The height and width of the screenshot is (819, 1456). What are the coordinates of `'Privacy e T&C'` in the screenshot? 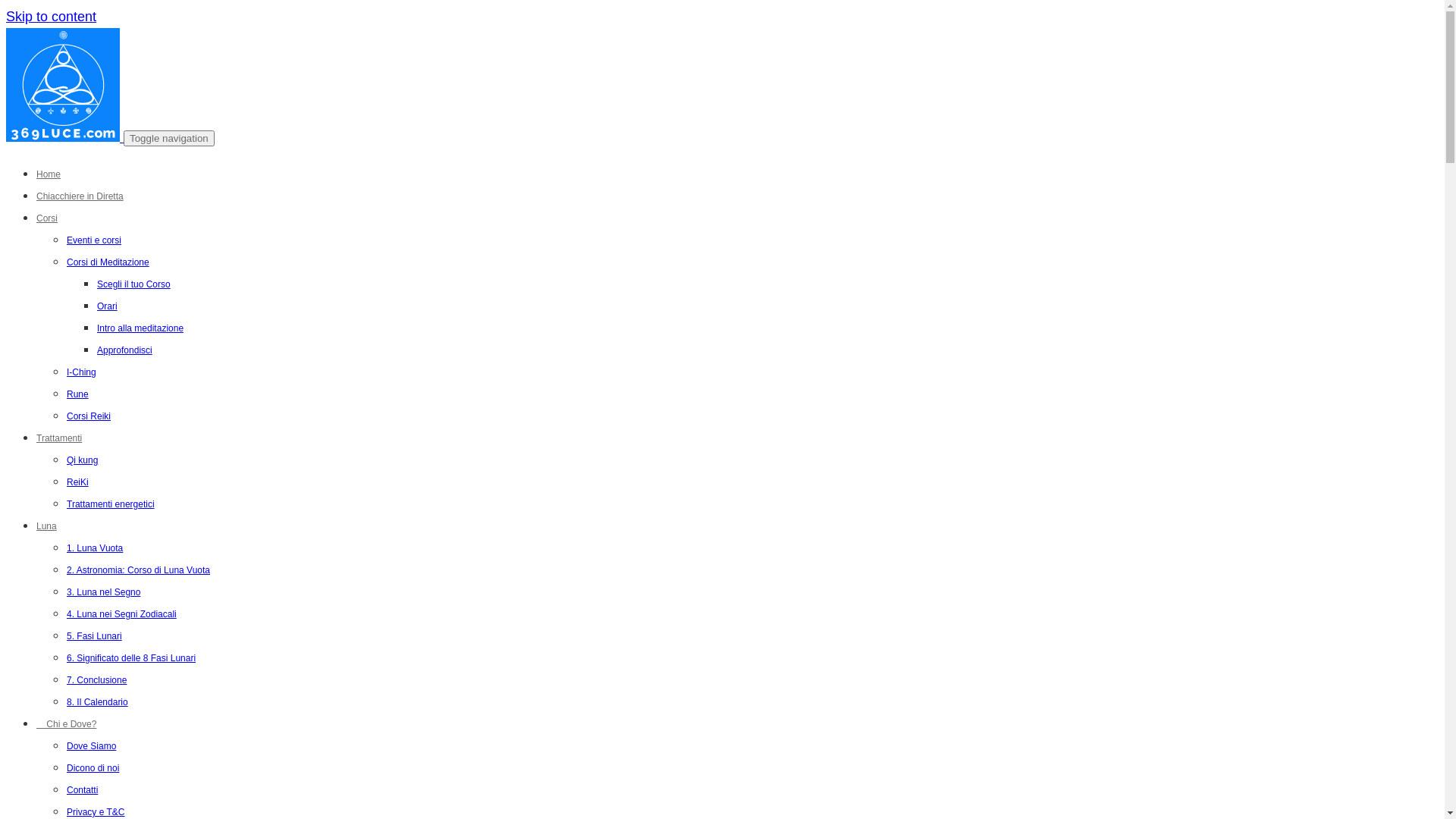 It's located at (94, 811).